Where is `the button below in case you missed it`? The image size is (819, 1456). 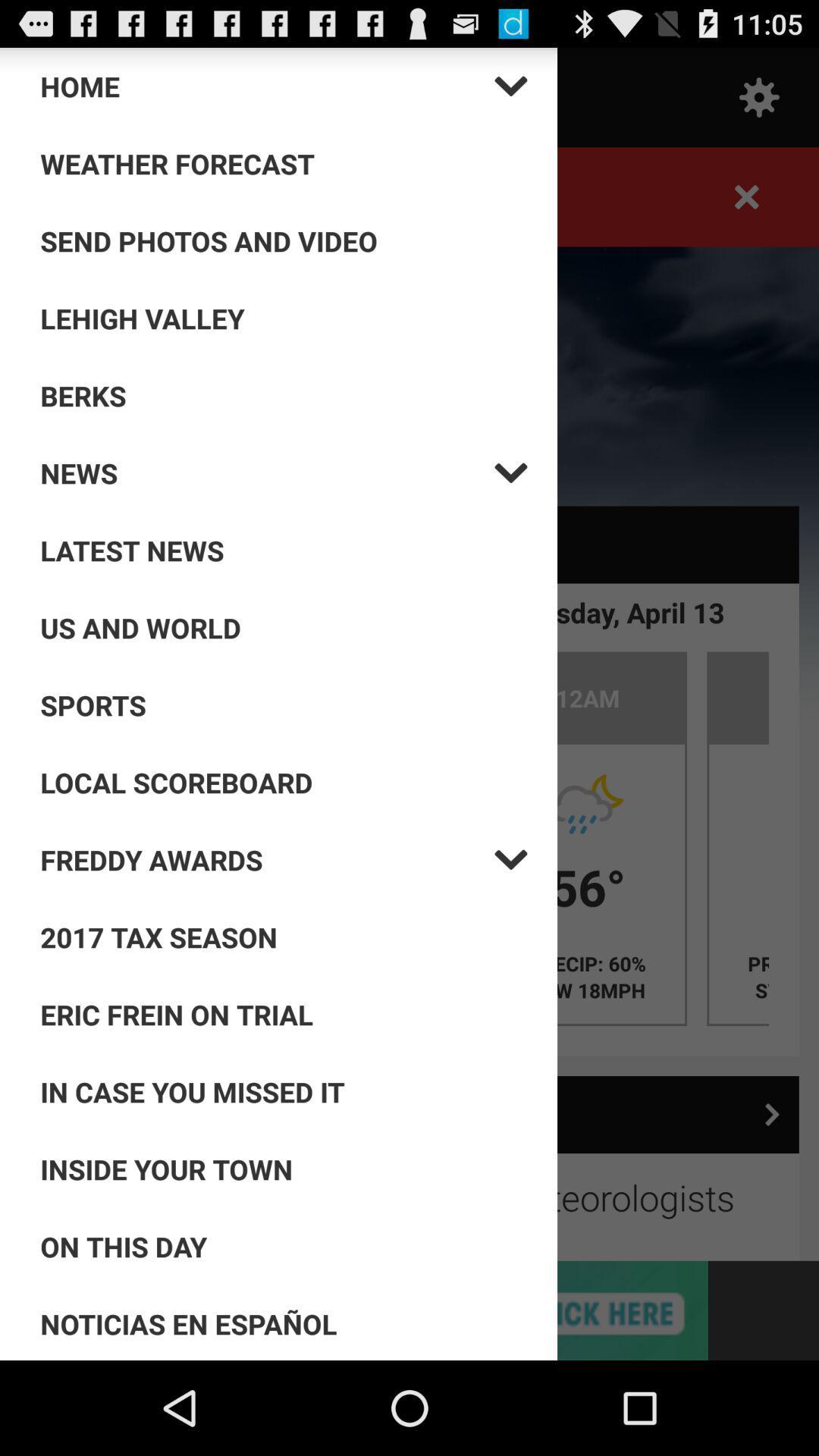
the button below in case you missed it is located at coordinates (284, 1168).